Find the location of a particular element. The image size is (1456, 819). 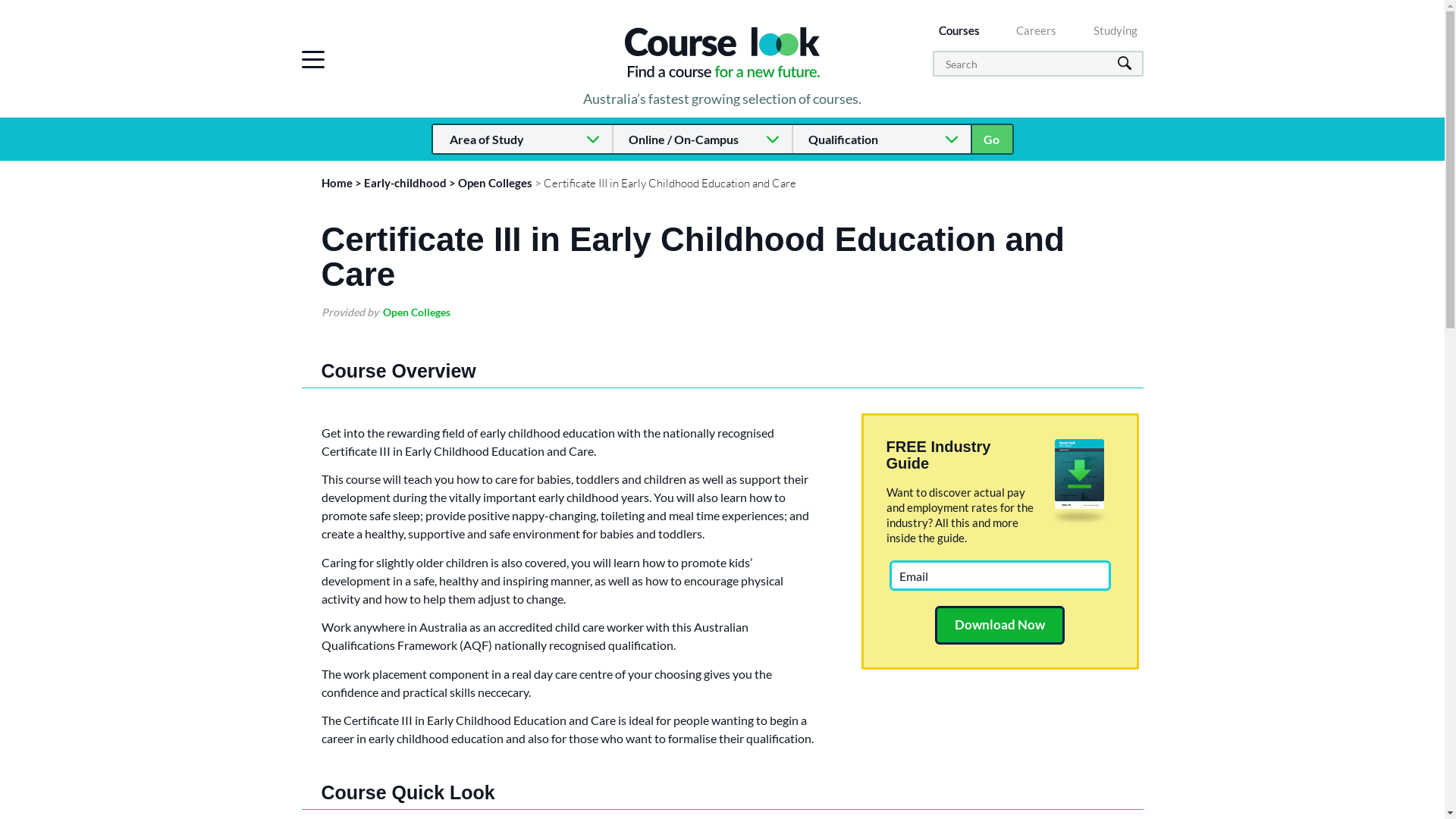

'Online / On-Campus' is located at coordinates (701, 139).